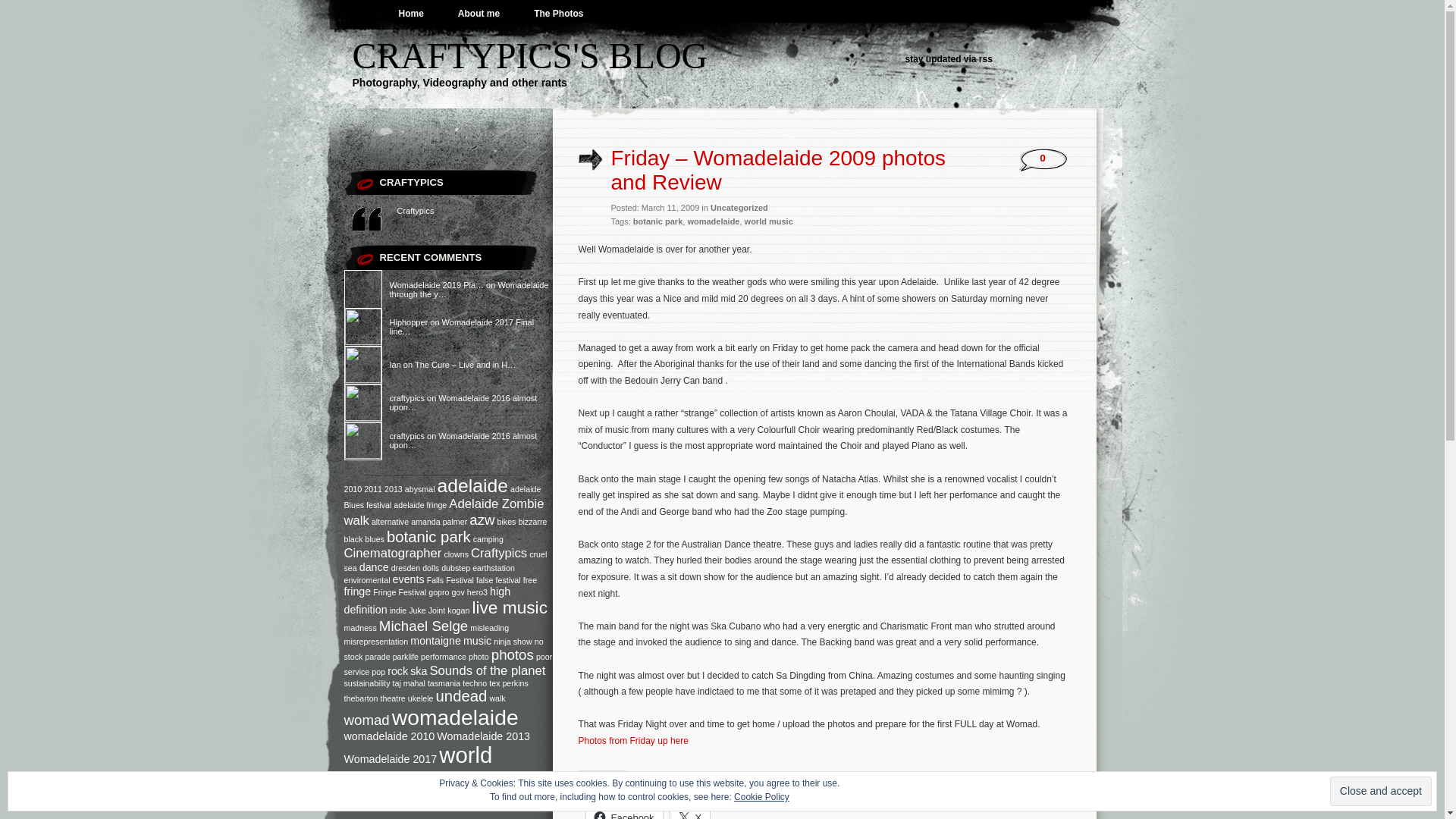  Describe the element at coordinates (507, 520) in the screenshot. I see `'bikes'` at that location.